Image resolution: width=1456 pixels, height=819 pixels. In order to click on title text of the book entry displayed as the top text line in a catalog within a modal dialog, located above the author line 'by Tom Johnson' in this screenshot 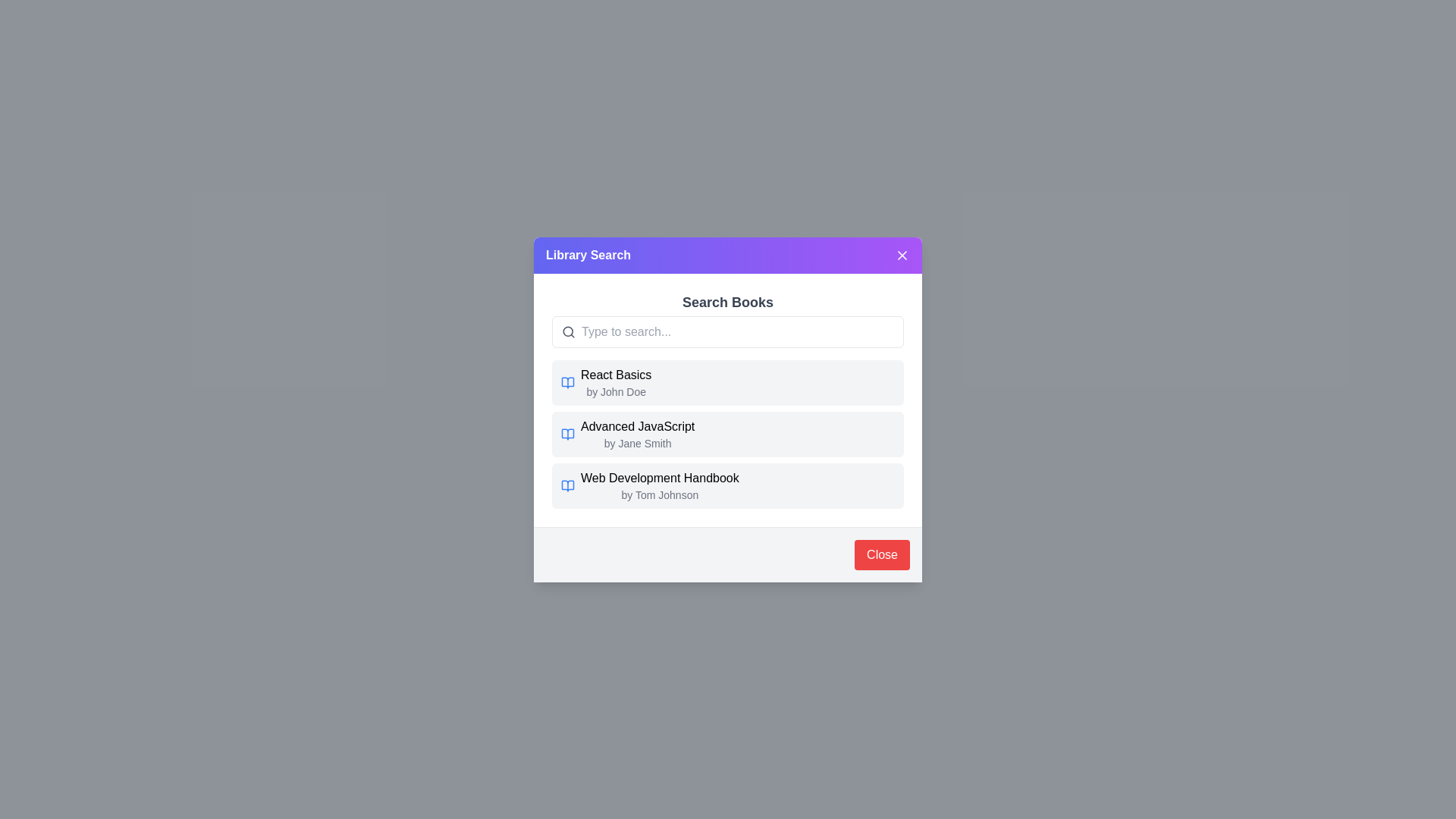, I will do `click(660, 478)`.